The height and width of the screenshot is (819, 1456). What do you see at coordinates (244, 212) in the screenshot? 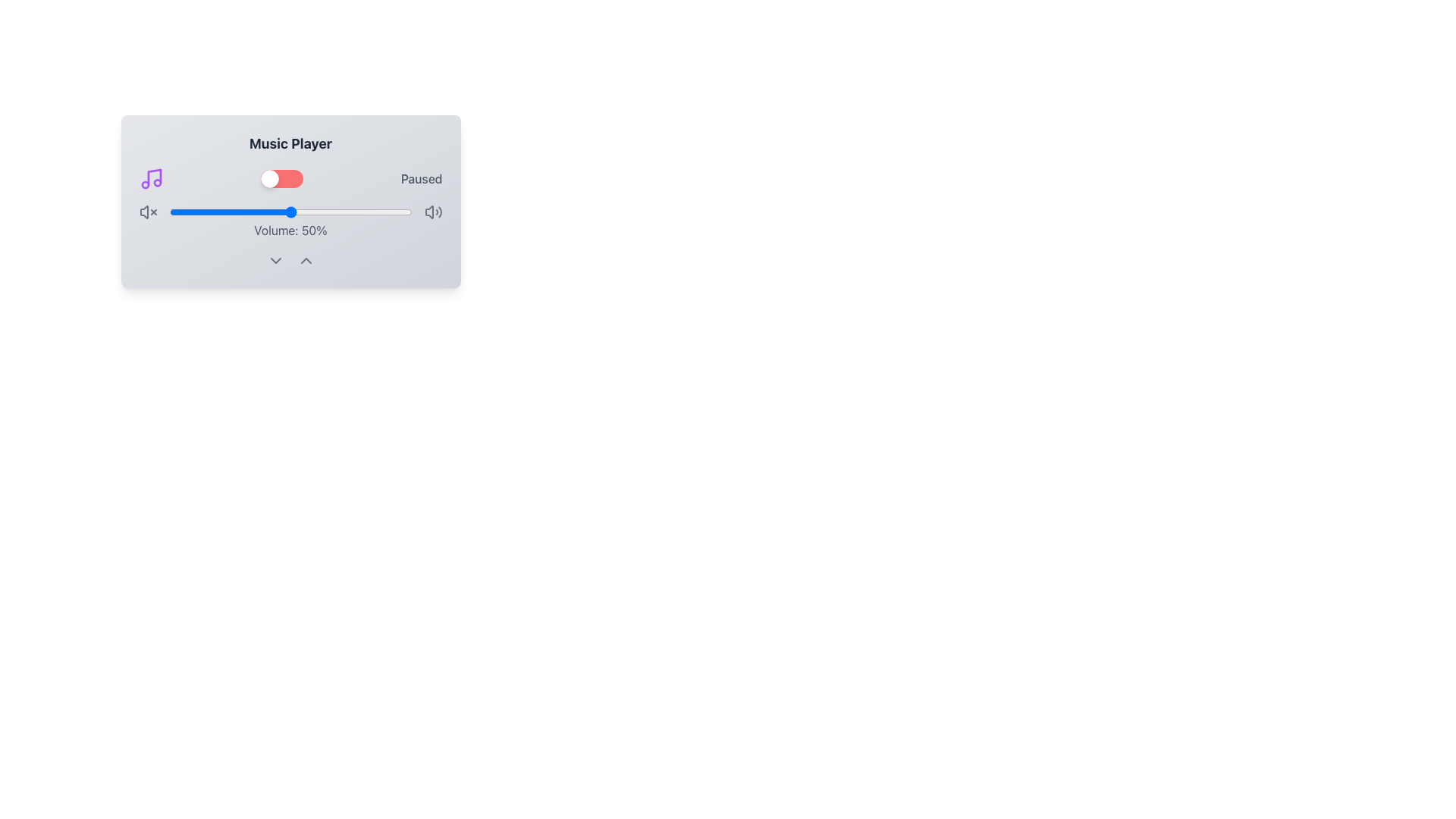
I see `volume` at bounding box center [244, 212].